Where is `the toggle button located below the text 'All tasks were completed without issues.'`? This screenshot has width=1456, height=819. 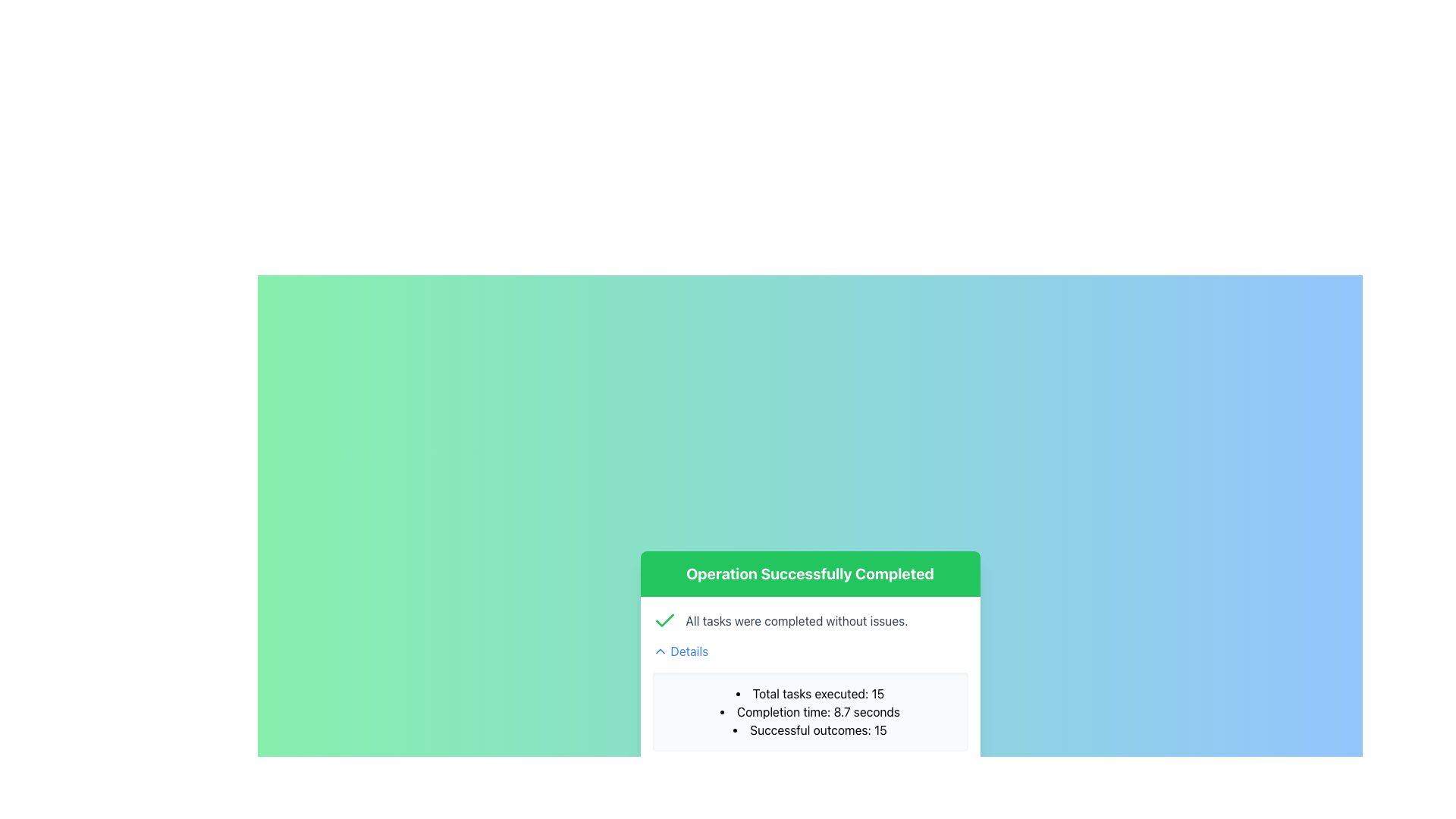 the toggle button located below the text 'All tasks were completed without issues.' is located at coordinates (679, 651).